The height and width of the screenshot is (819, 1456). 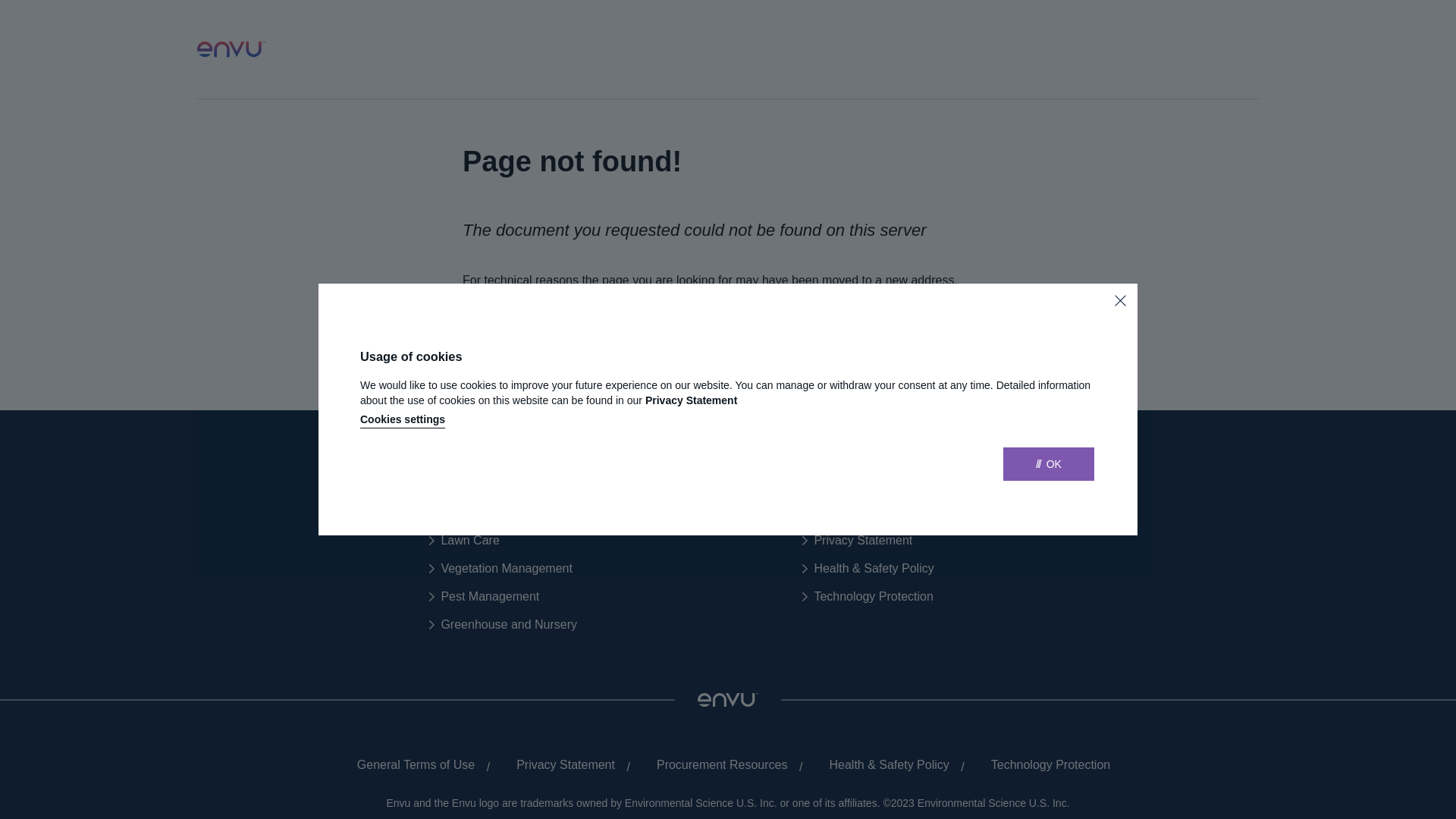 What do you see at coordinates (410, 765) in the screenshot?
I see `'General Terms of Use'` at bounding box center [410, 765].